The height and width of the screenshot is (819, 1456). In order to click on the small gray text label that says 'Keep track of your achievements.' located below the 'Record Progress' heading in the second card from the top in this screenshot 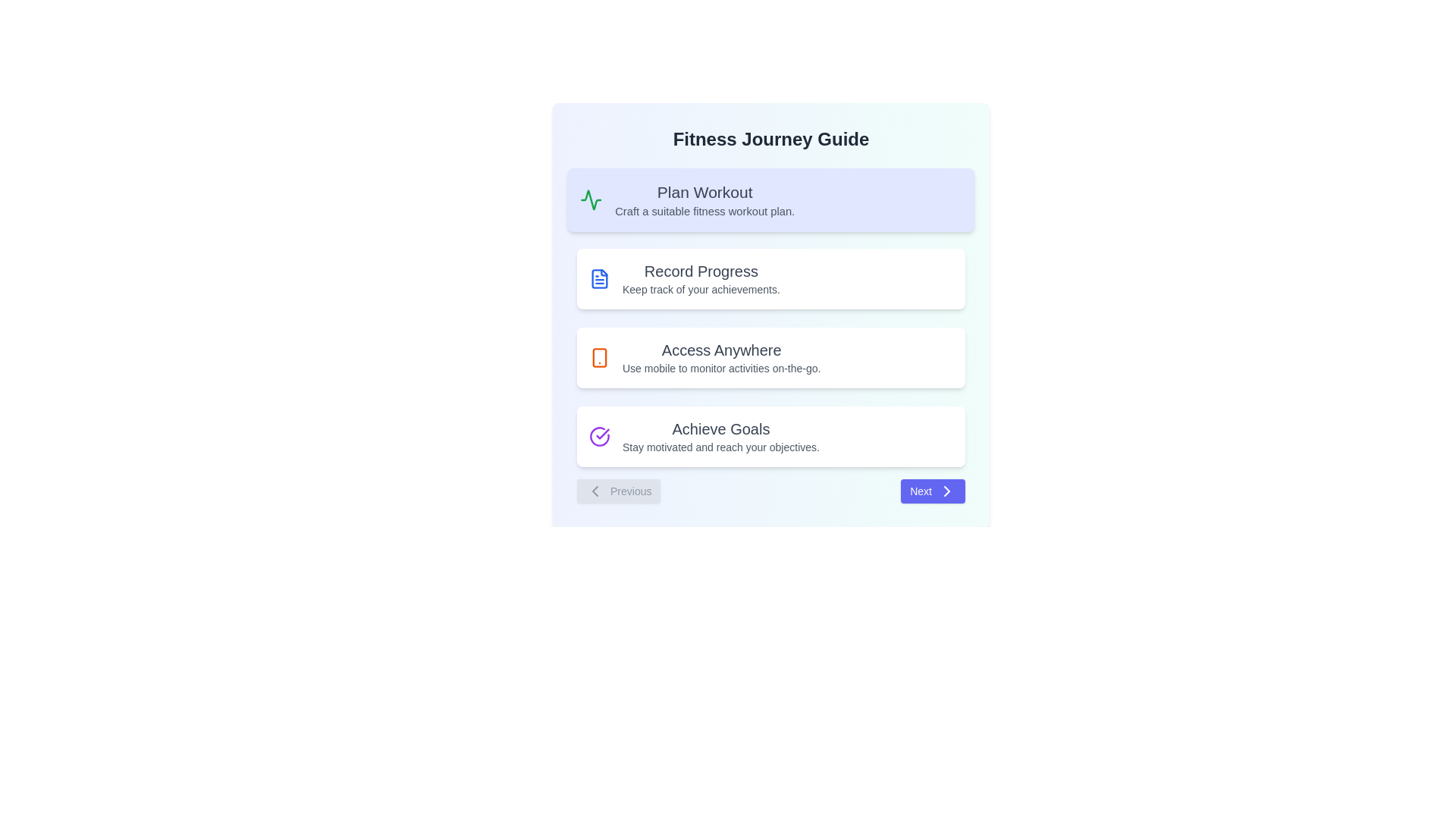, I will do `click(700, 289)`.